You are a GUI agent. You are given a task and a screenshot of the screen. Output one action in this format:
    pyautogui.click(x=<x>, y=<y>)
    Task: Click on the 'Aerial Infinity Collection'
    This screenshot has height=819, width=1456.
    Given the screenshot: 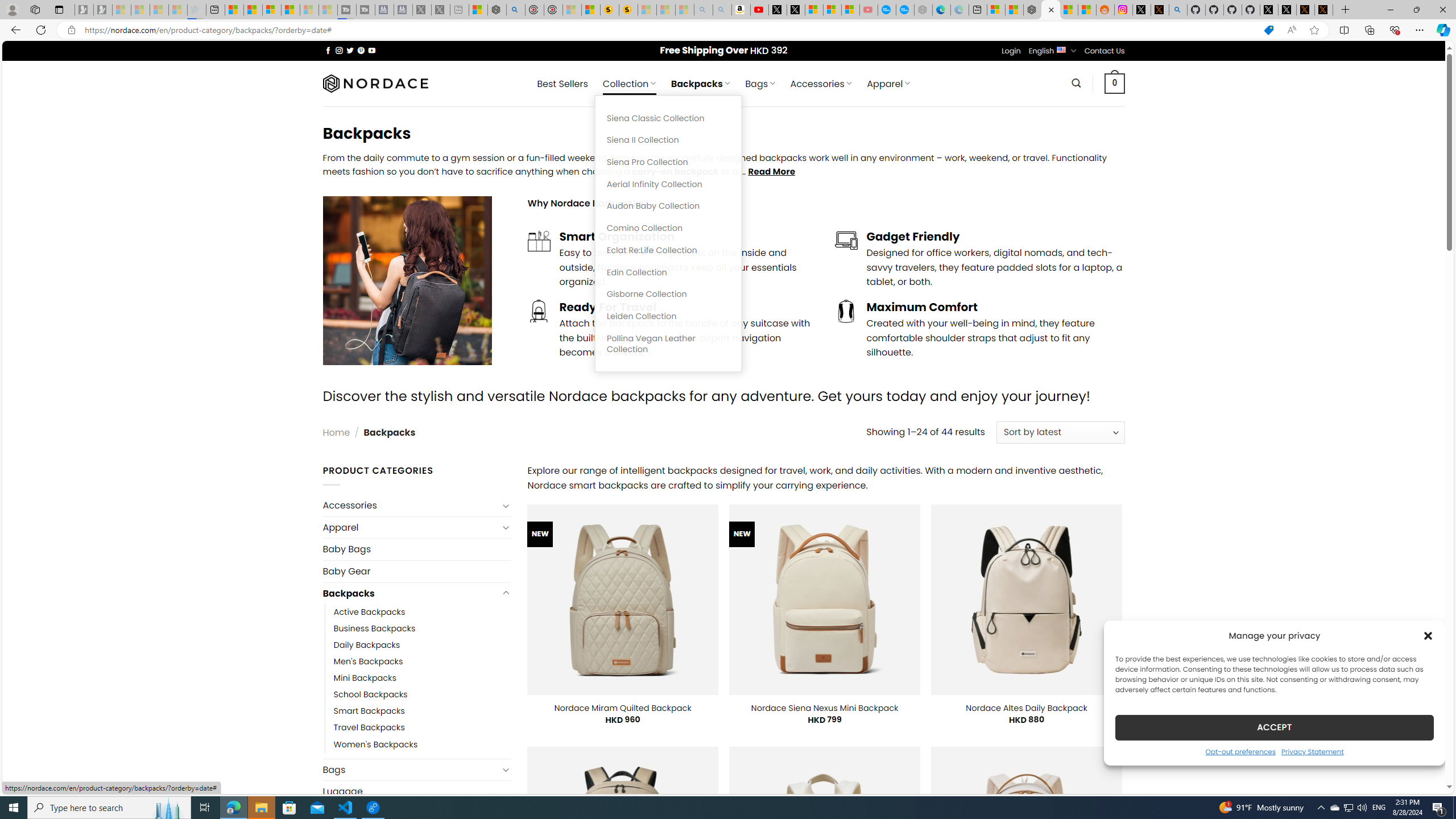 What is the action you would take?
    pyautogui.click(x=668, y=184)
    